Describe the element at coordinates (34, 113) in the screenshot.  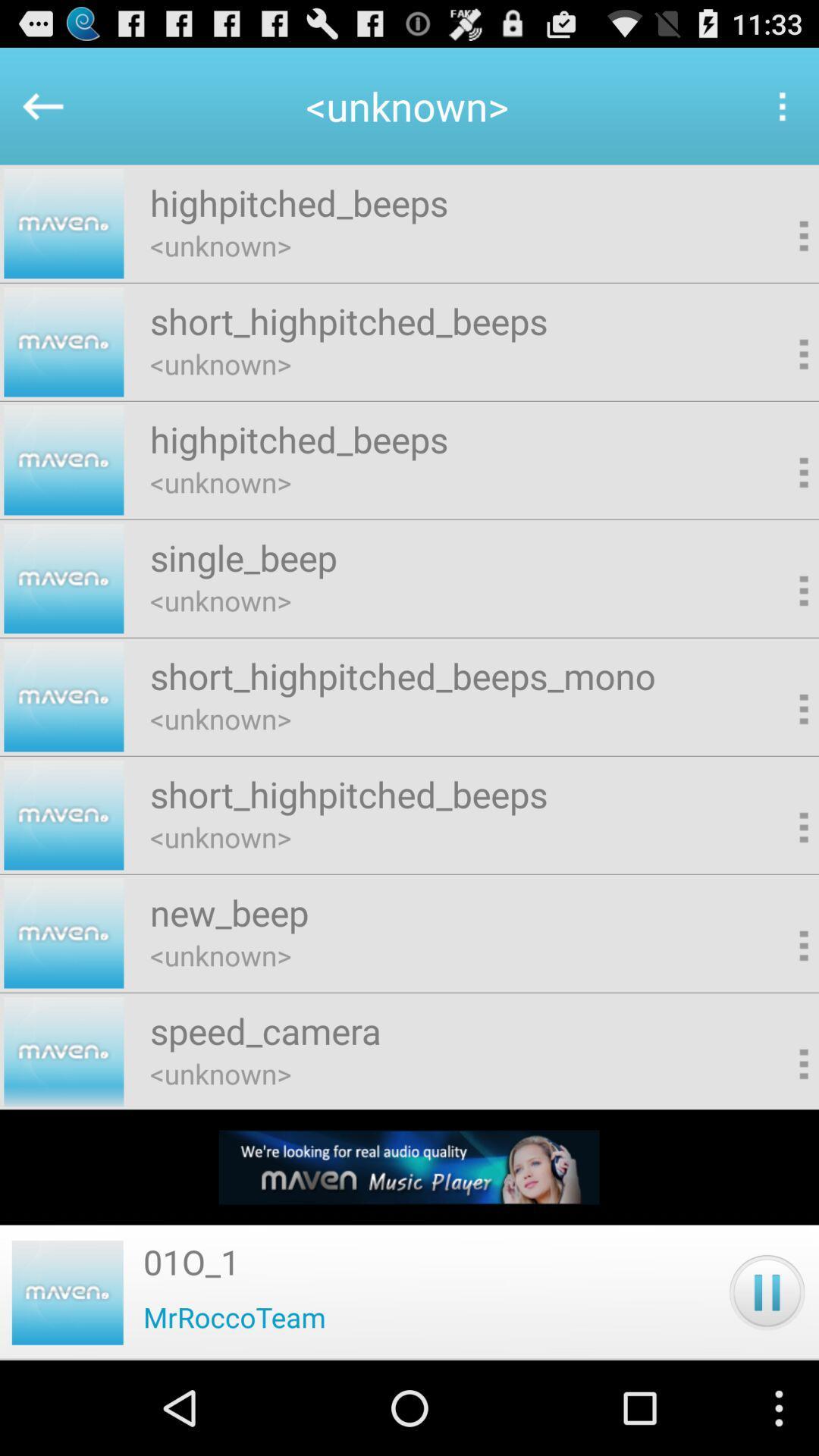
I see `the arrow_backward icon` at that location.